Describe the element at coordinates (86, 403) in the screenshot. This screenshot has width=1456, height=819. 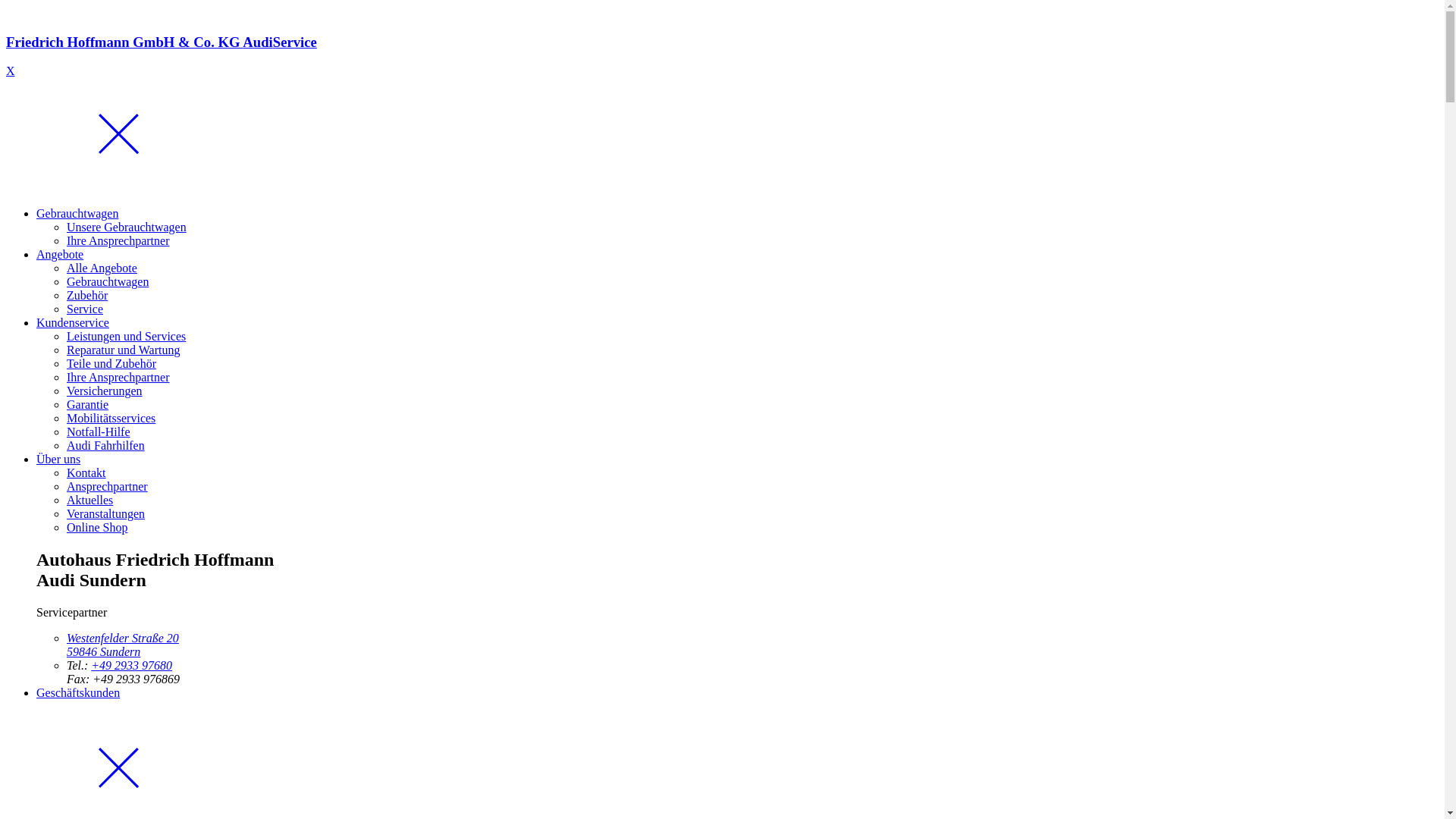
I see `'Garantie'` at that location.